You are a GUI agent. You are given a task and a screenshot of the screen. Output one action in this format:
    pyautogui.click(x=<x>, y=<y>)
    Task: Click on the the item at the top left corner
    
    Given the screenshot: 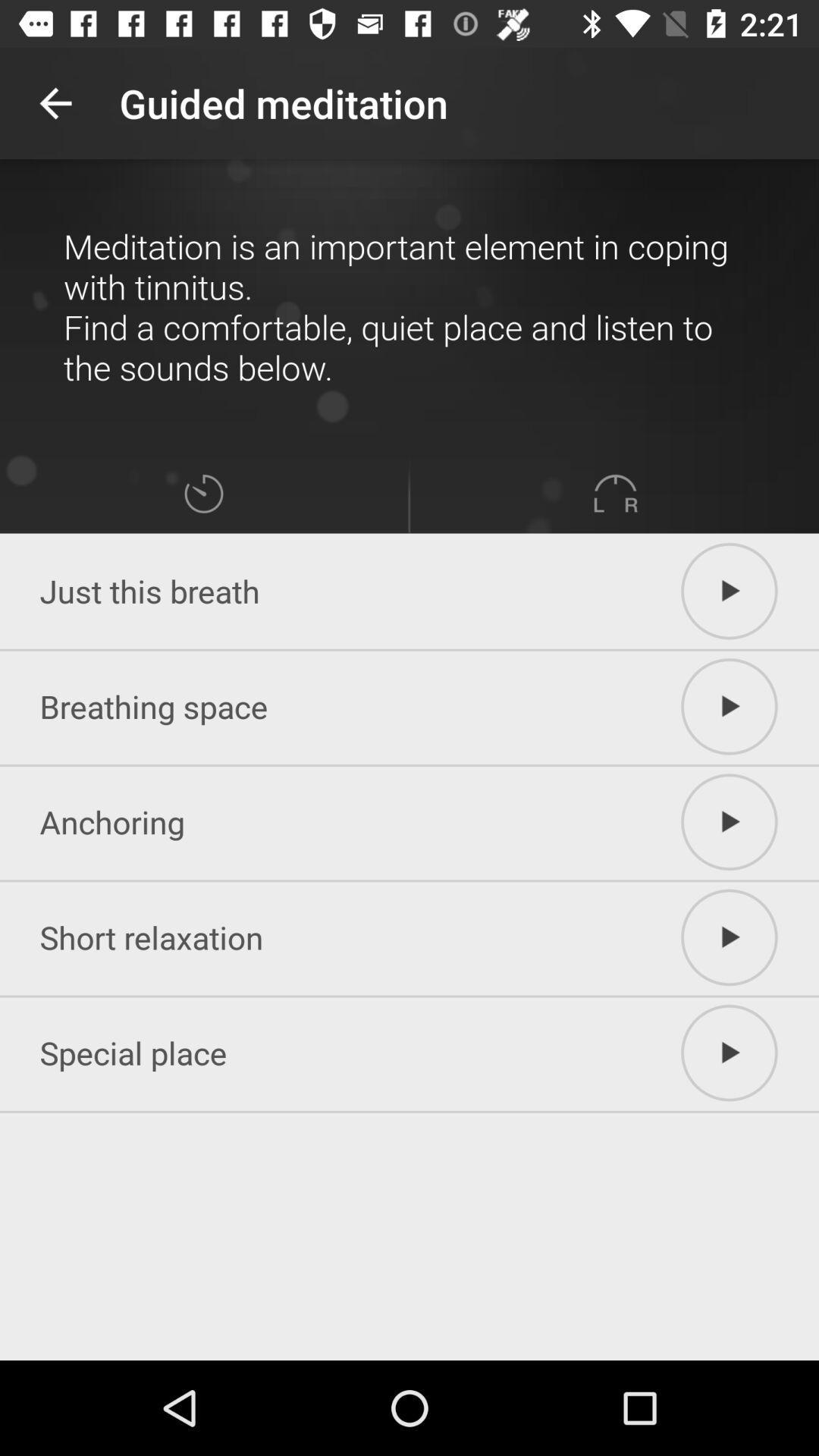 What is the action you would take?
    pyautogui.click(x=55, y=102)
    